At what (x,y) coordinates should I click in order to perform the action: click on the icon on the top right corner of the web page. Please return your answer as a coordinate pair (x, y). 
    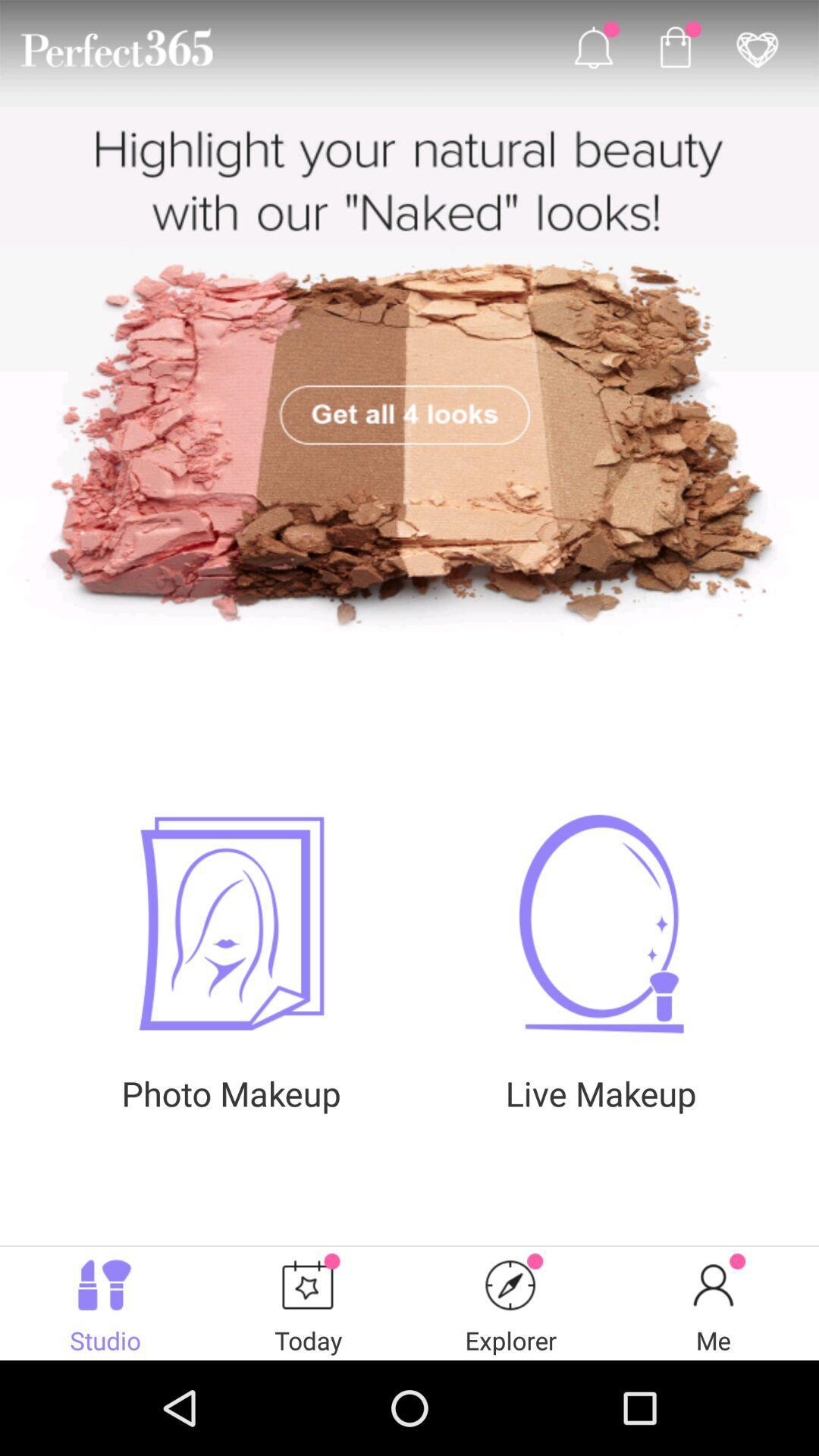
    Looking at the image, I should click on (758, 47).